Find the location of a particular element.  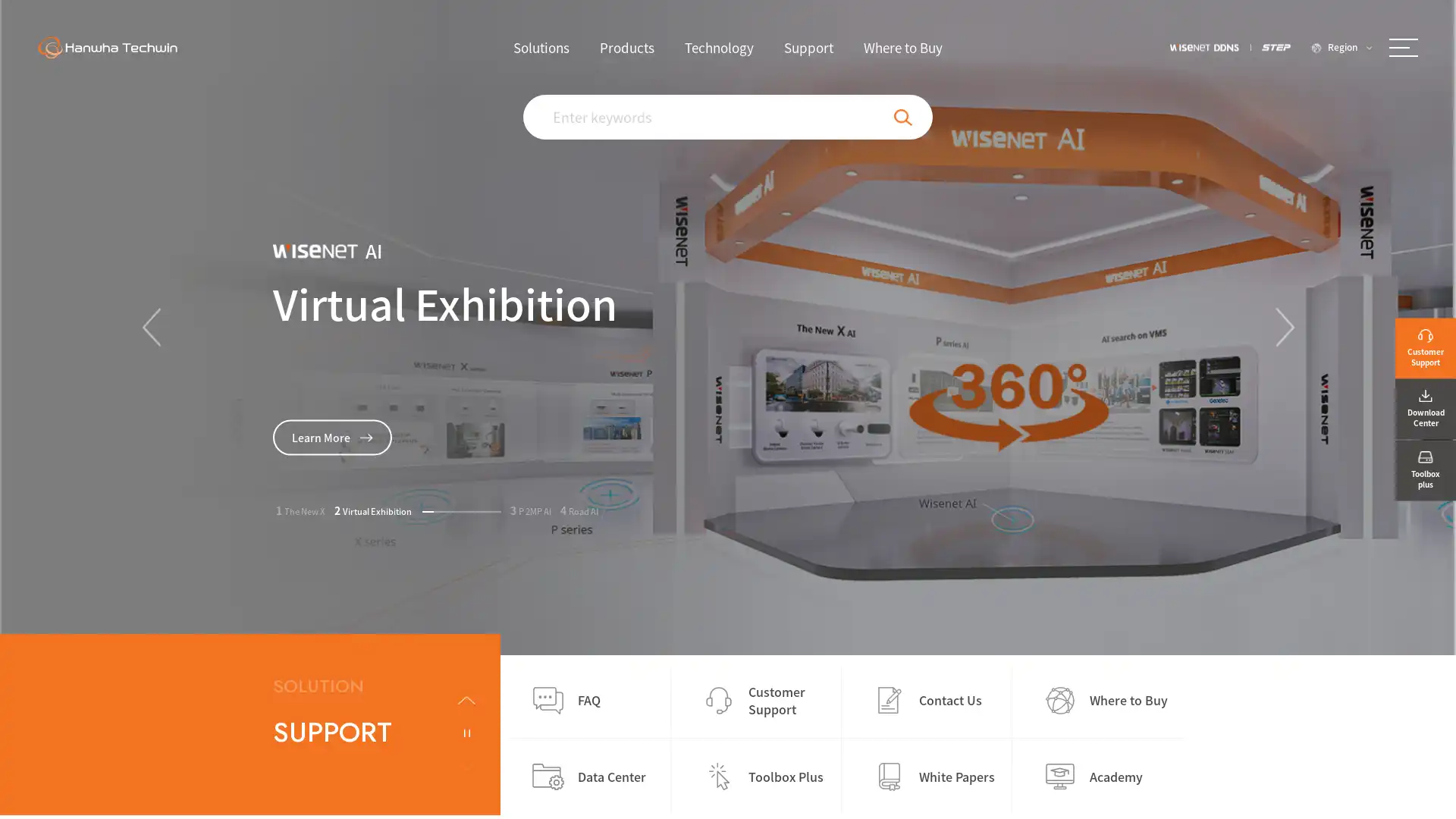

Next slide is located at coordinates (1284, 326).